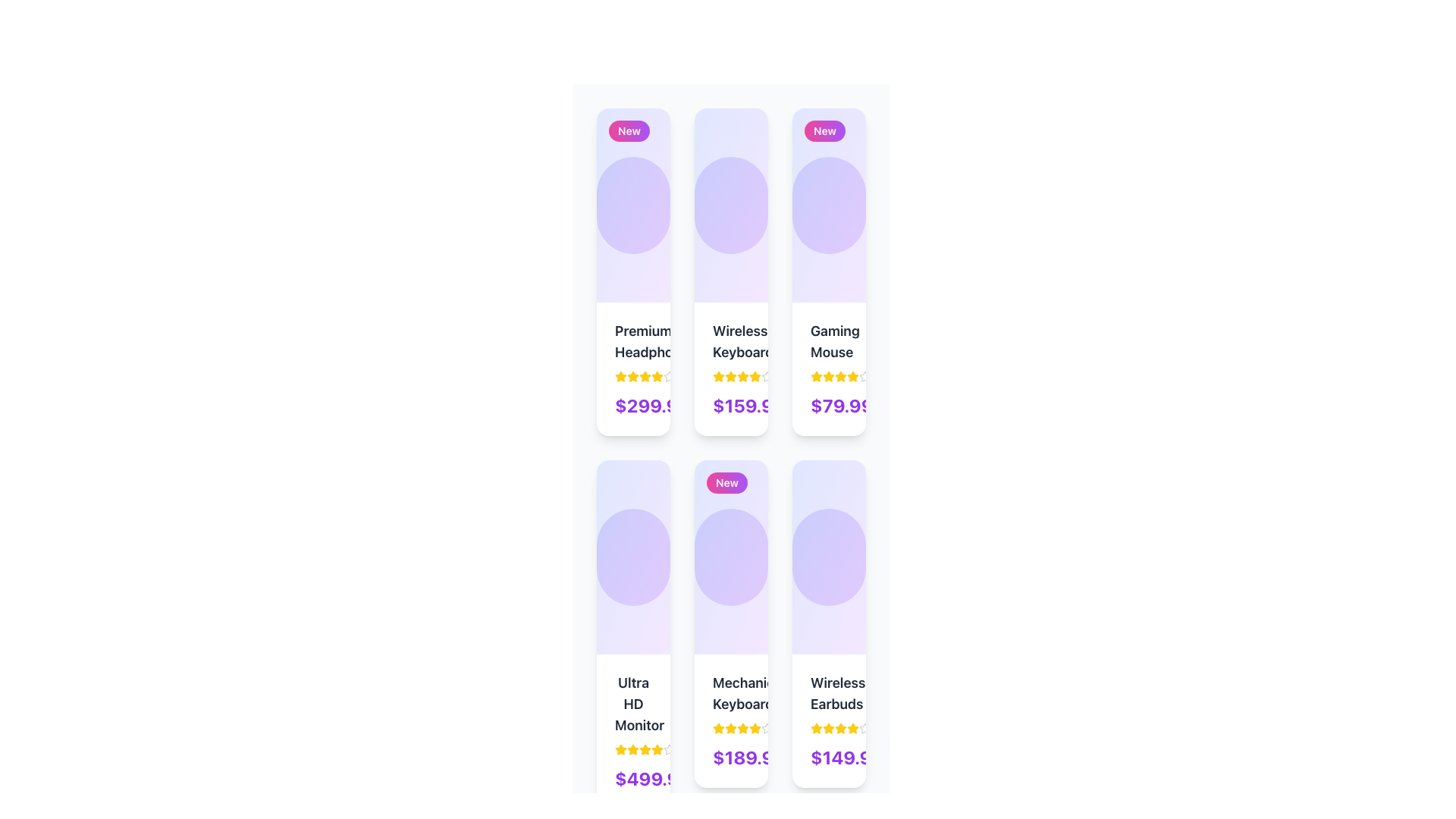 The image size is (1456, 819). What do you see at coordinates (828, 342) in the screenshot?
I see `the 'Gaming Mouse' text label located at the top of the third card in the grid layout, which is styled with a dark gray color and positioned above the rating stars` at bounding box center [828, 342].